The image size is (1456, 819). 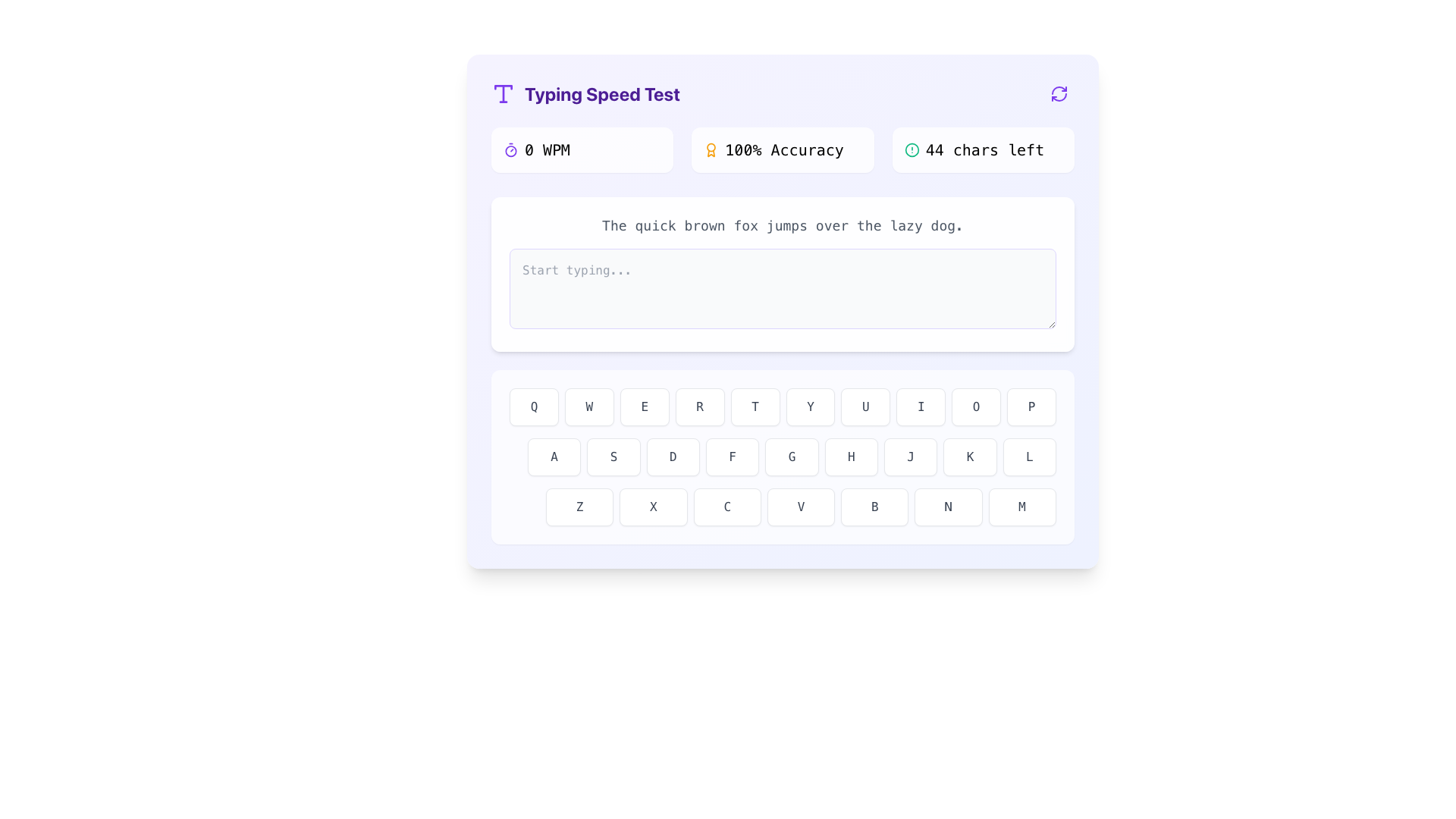 I want to click on the 'K' key on the virtual keyboard, which is the eighth button in the row containing letters 'A' to 'L', so click(x=969, y=456).